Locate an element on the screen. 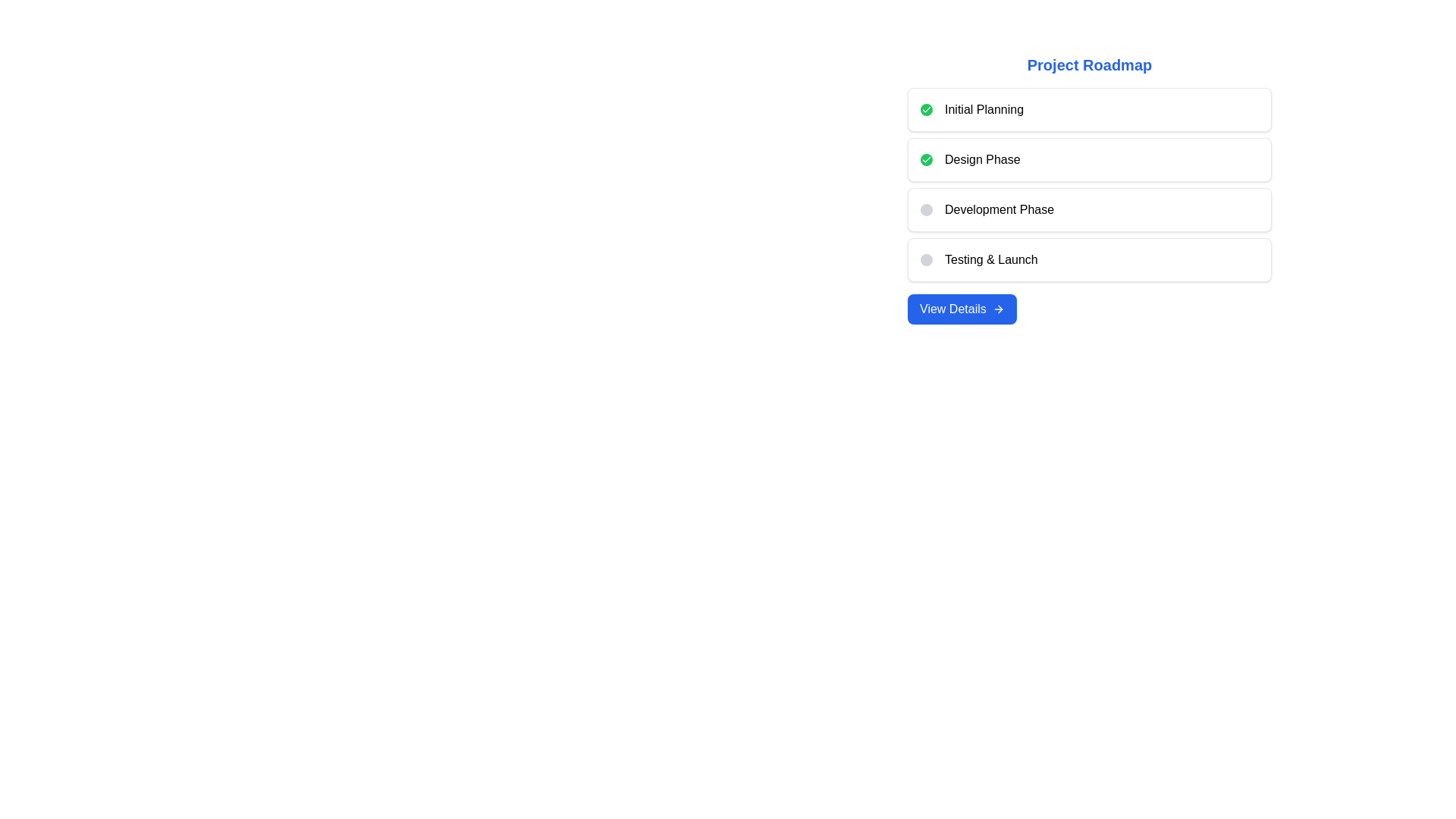  text label that displays 'Project Roadmap', which is styled in bold and large blue font, located at the top of the interface is located at coordinates (1088, 64).